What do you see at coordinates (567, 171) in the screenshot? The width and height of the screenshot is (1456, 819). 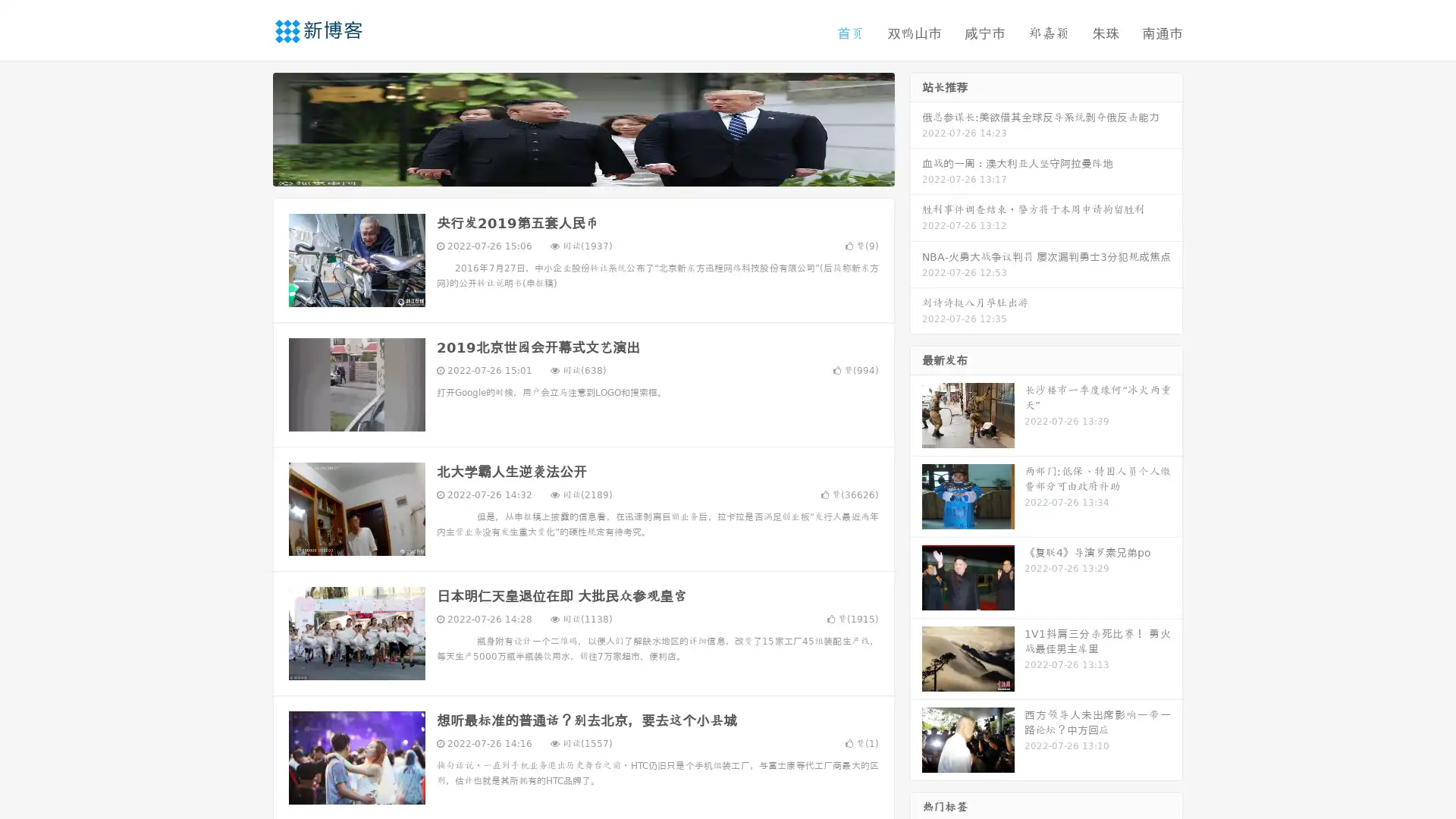 I see `Go to slide 1` at bounding box center [567, 171].